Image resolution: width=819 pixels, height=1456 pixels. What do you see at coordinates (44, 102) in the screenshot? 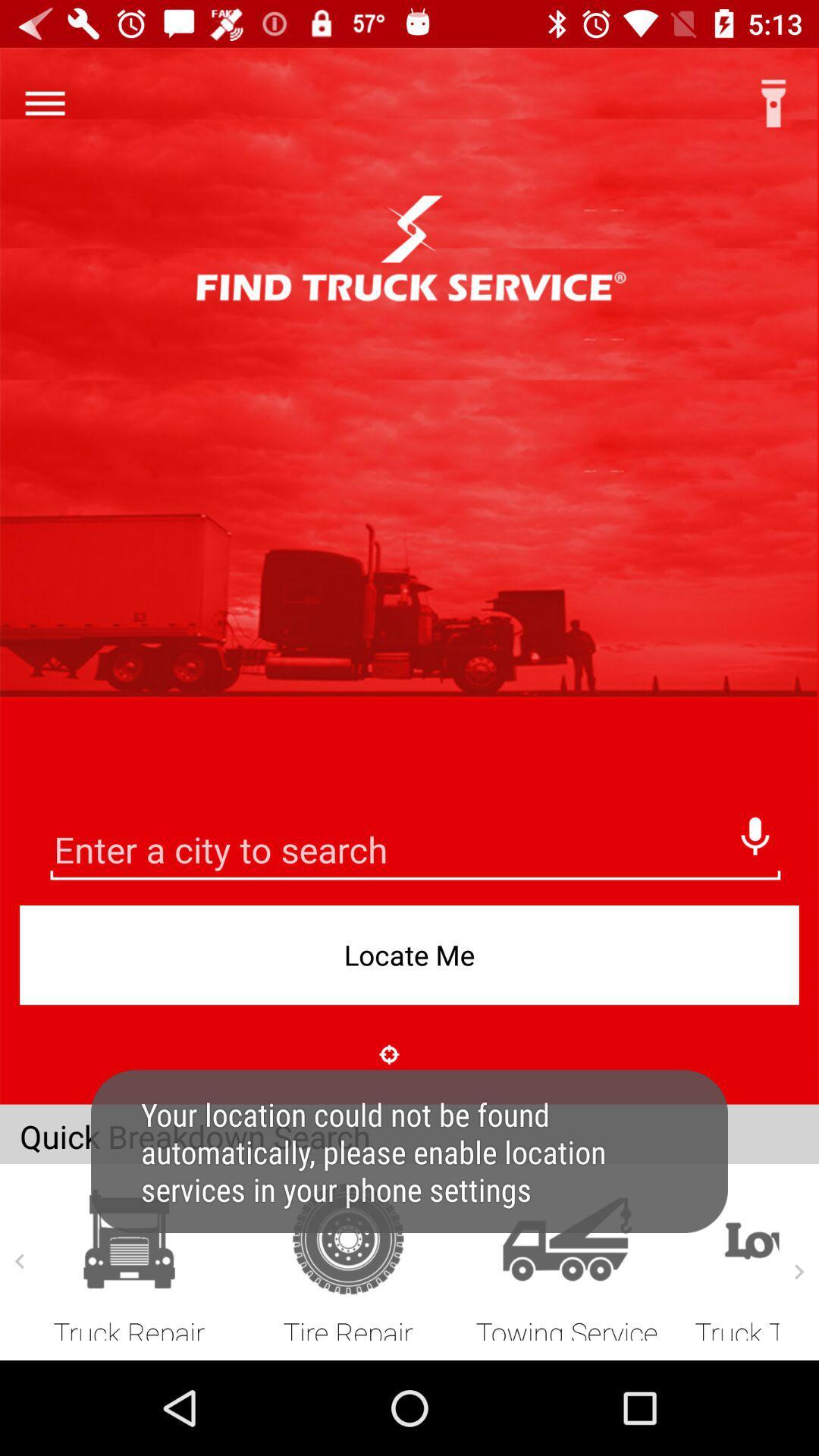
I see `the menu icon` at bounding box center [44, 102].